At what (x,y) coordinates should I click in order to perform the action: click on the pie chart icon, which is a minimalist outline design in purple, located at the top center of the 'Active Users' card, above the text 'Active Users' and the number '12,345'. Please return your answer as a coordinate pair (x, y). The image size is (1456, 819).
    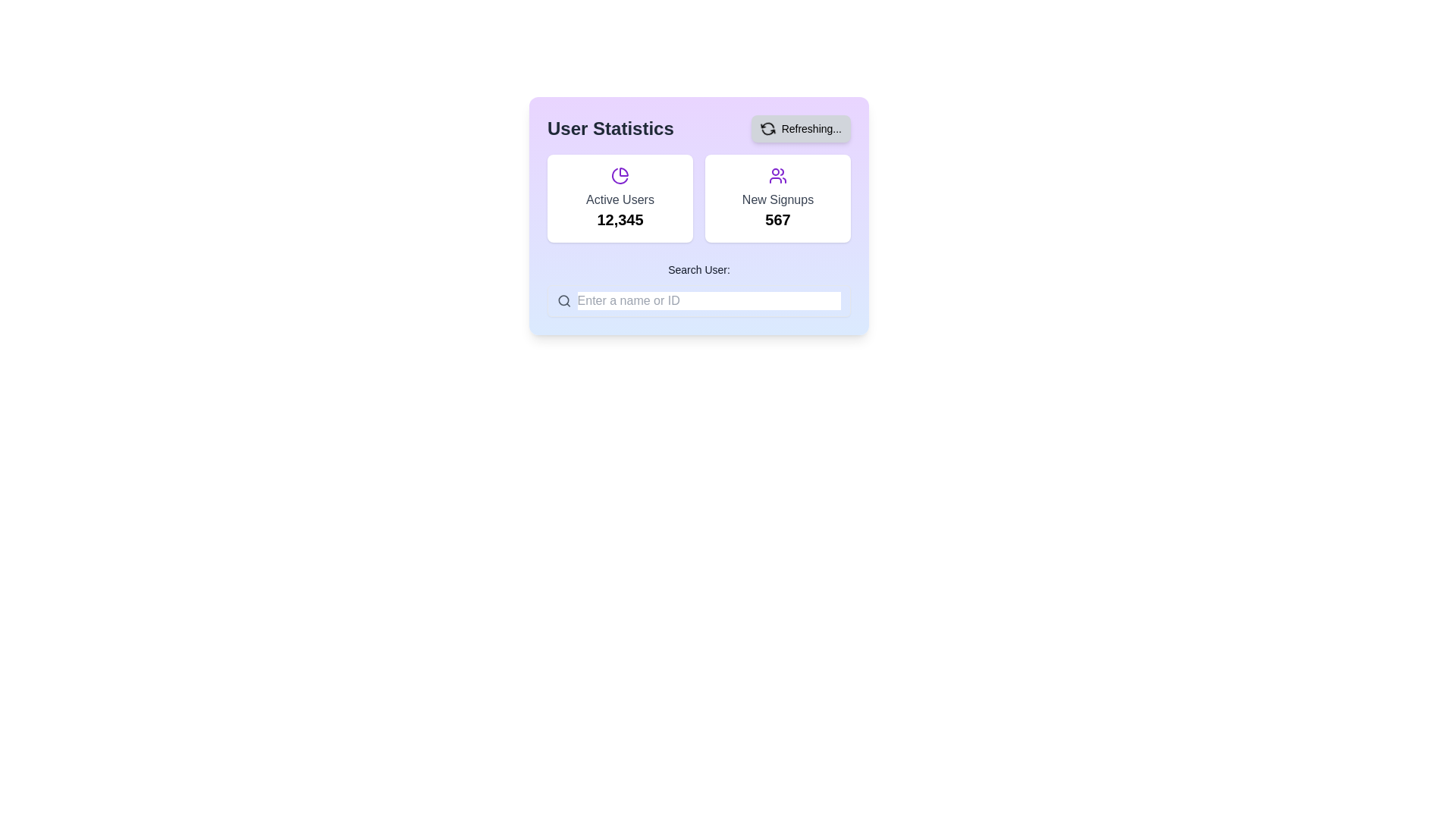
    Looking at the image, I should click on (620, 174).